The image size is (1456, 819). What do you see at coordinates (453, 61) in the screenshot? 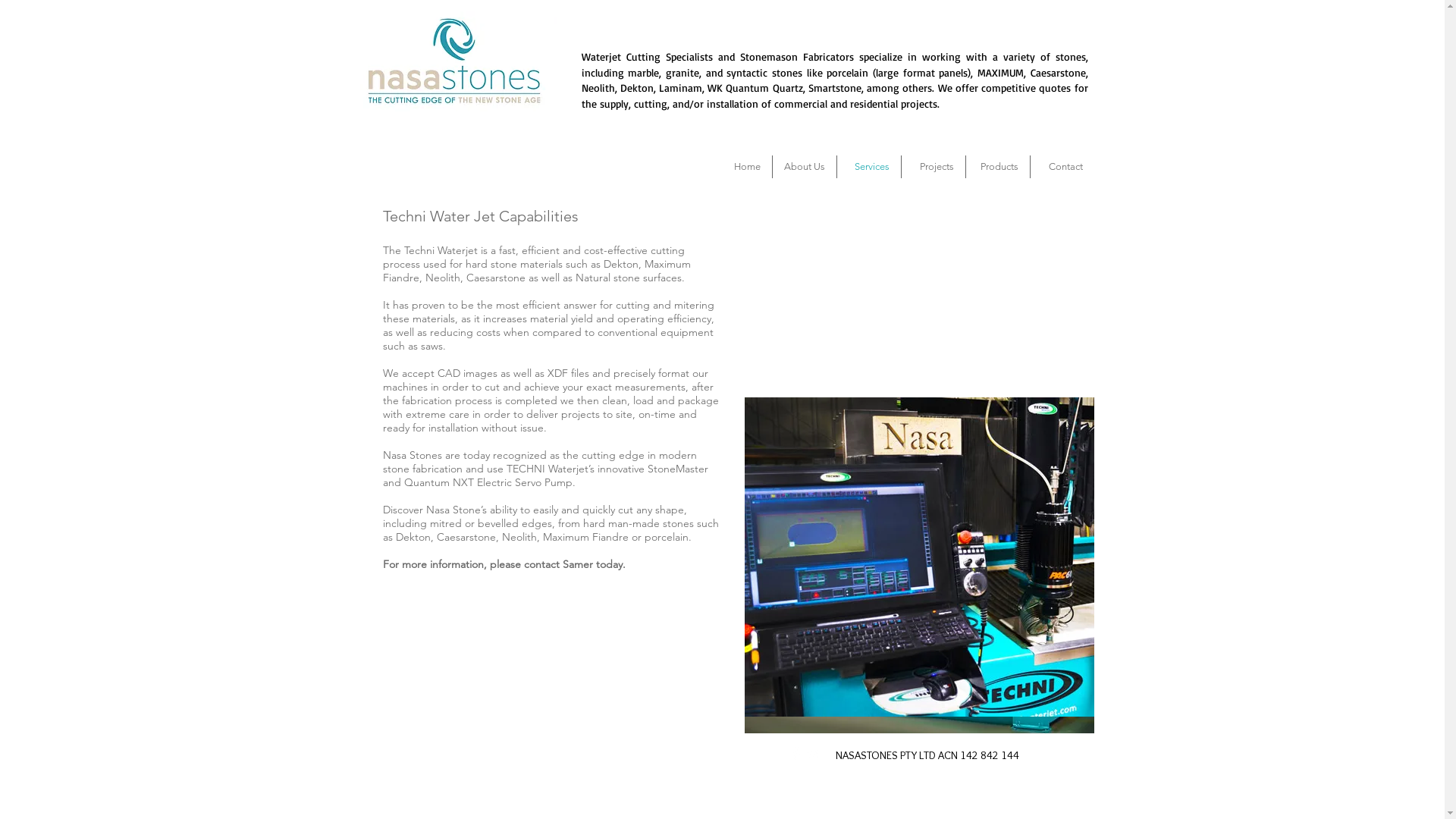
I see `'Nasastones-2-COLOUR-Logo.jpg'` at bounding box center [453, 61].